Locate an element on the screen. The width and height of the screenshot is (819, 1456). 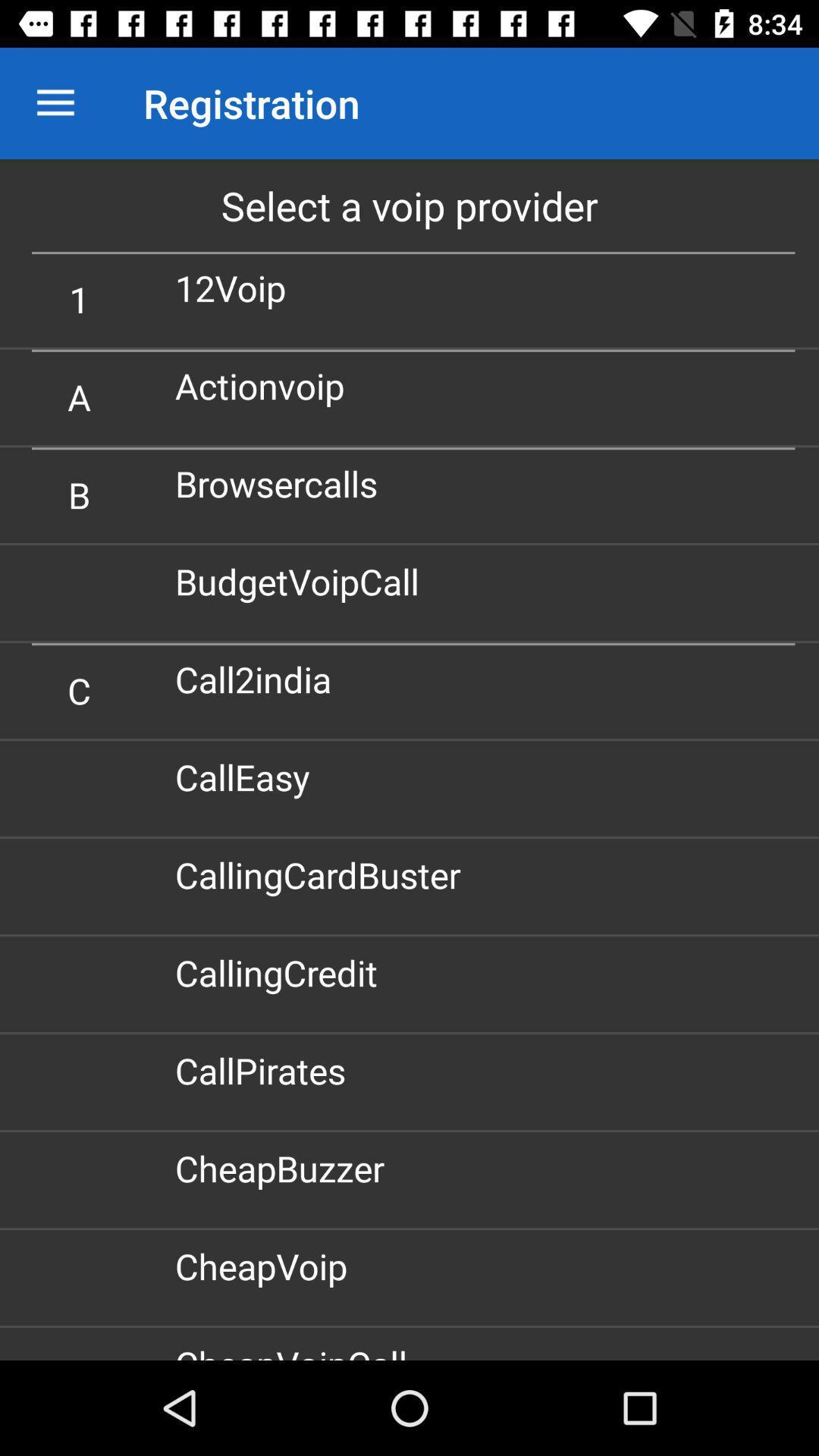
the icon below cheapvoip icon is located at coordinates (297, 1350).